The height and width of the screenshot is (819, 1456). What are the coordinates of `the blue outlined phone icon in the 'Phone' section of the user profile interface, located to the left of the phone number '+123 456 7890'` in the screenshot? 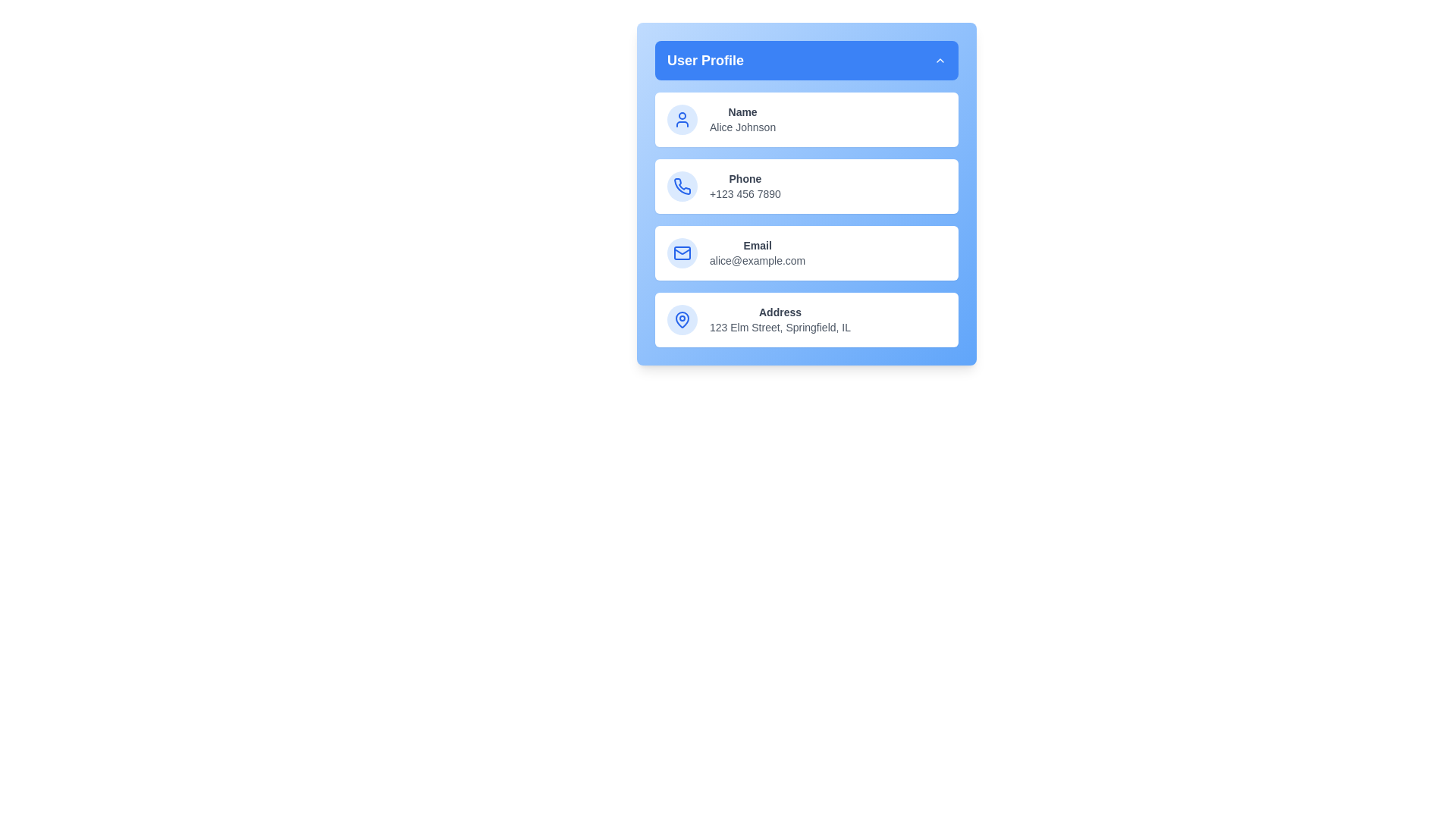 It's located at (682, 185).